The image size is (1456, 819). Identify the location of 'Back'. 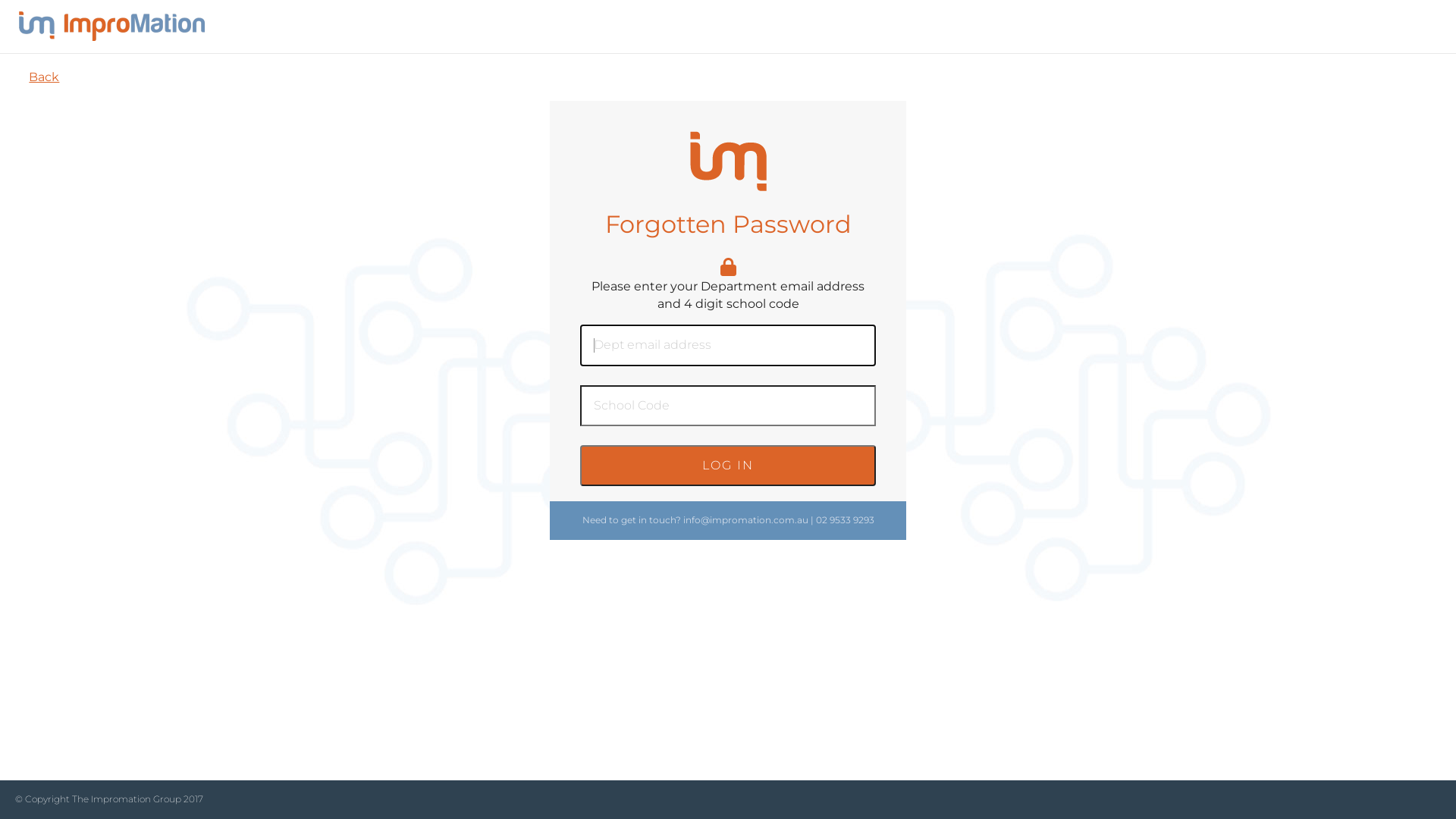
(43, 77).